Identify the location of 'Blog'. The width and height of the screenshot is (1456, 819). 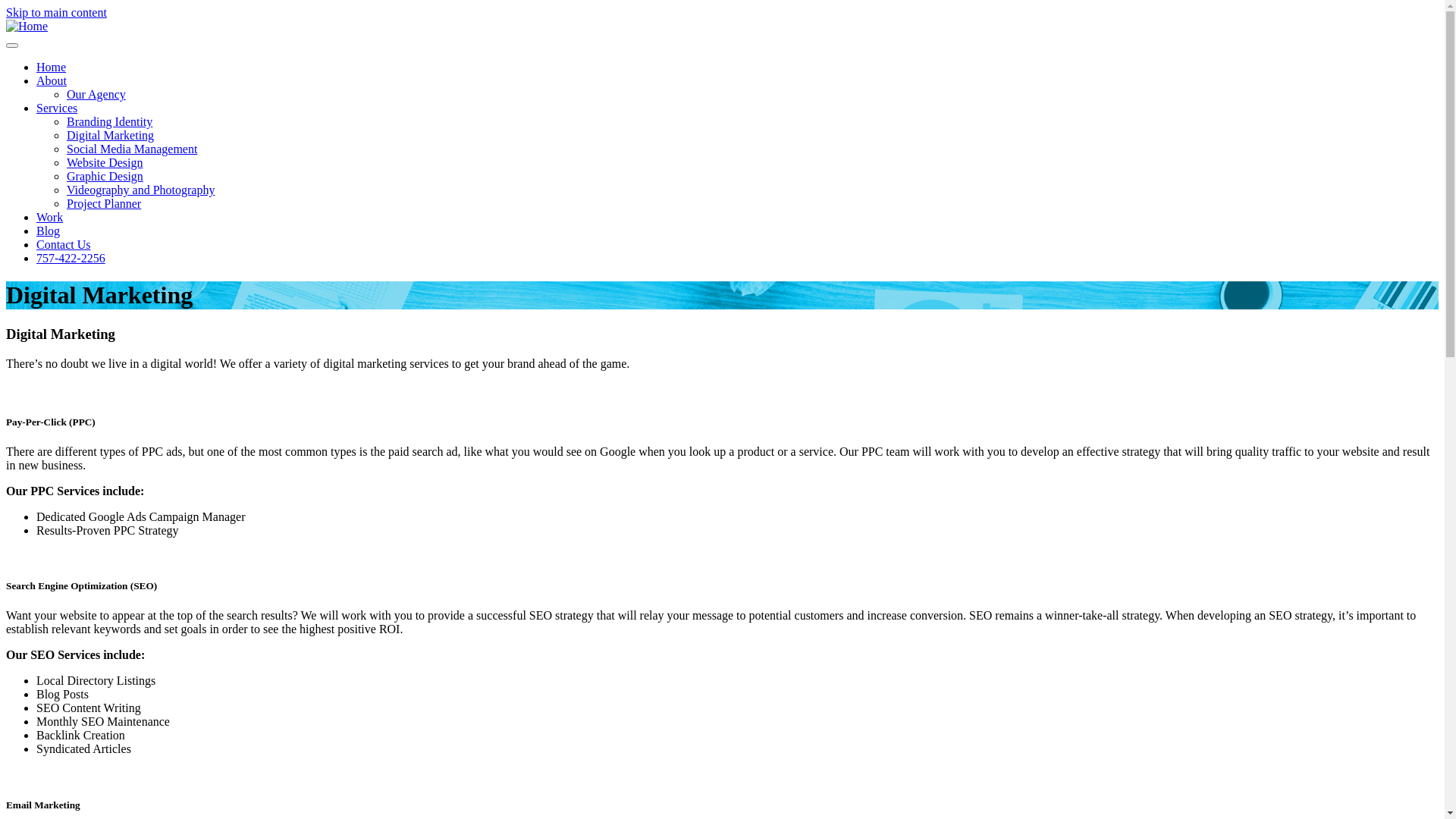
(48, 231).